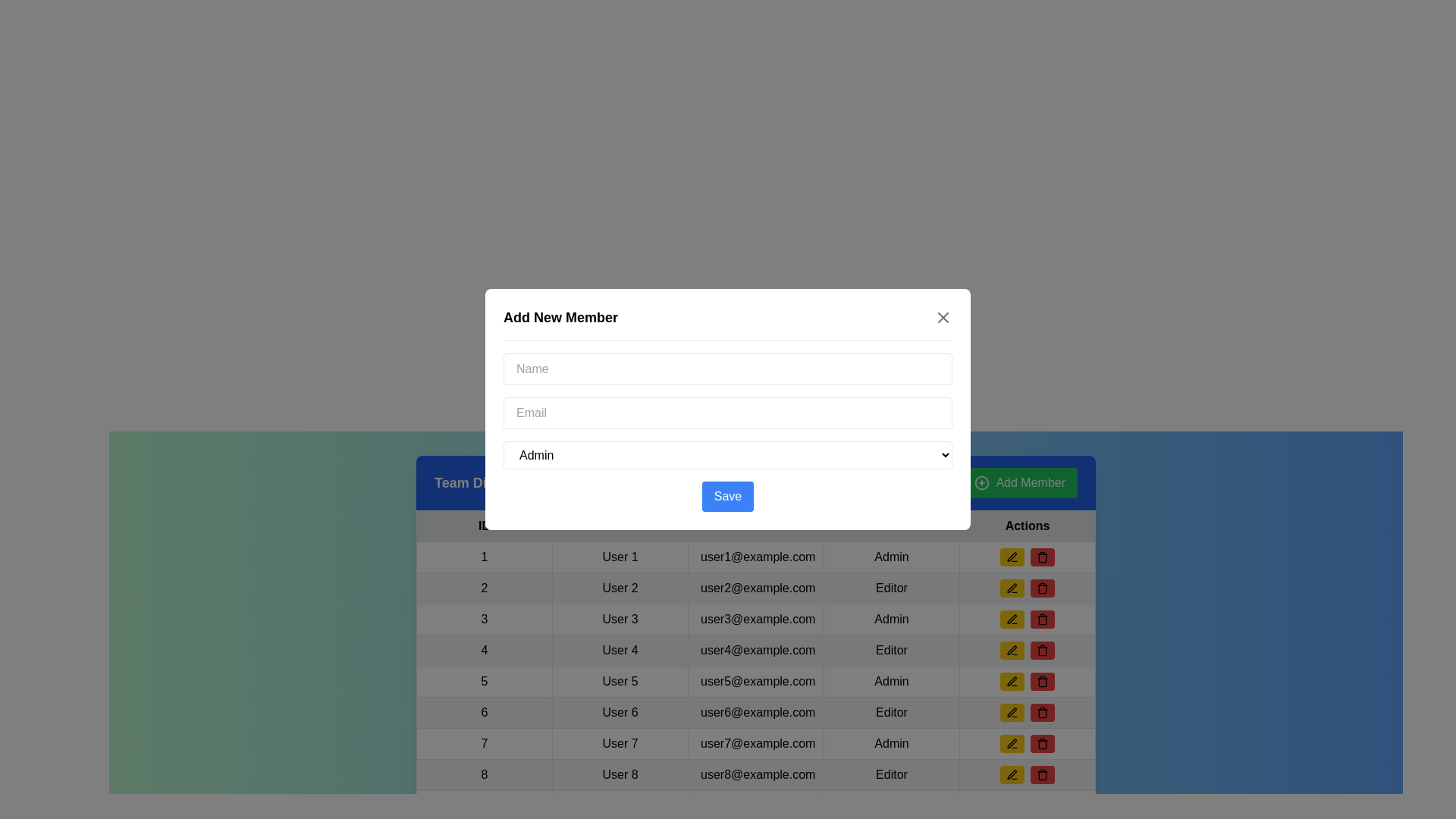  Describe the element at coordinates (483, 775) in the screenshot. I see `the first cell in the eighth row of the table, which displays the ID or number corresponding to a specific entry or user` at that location.